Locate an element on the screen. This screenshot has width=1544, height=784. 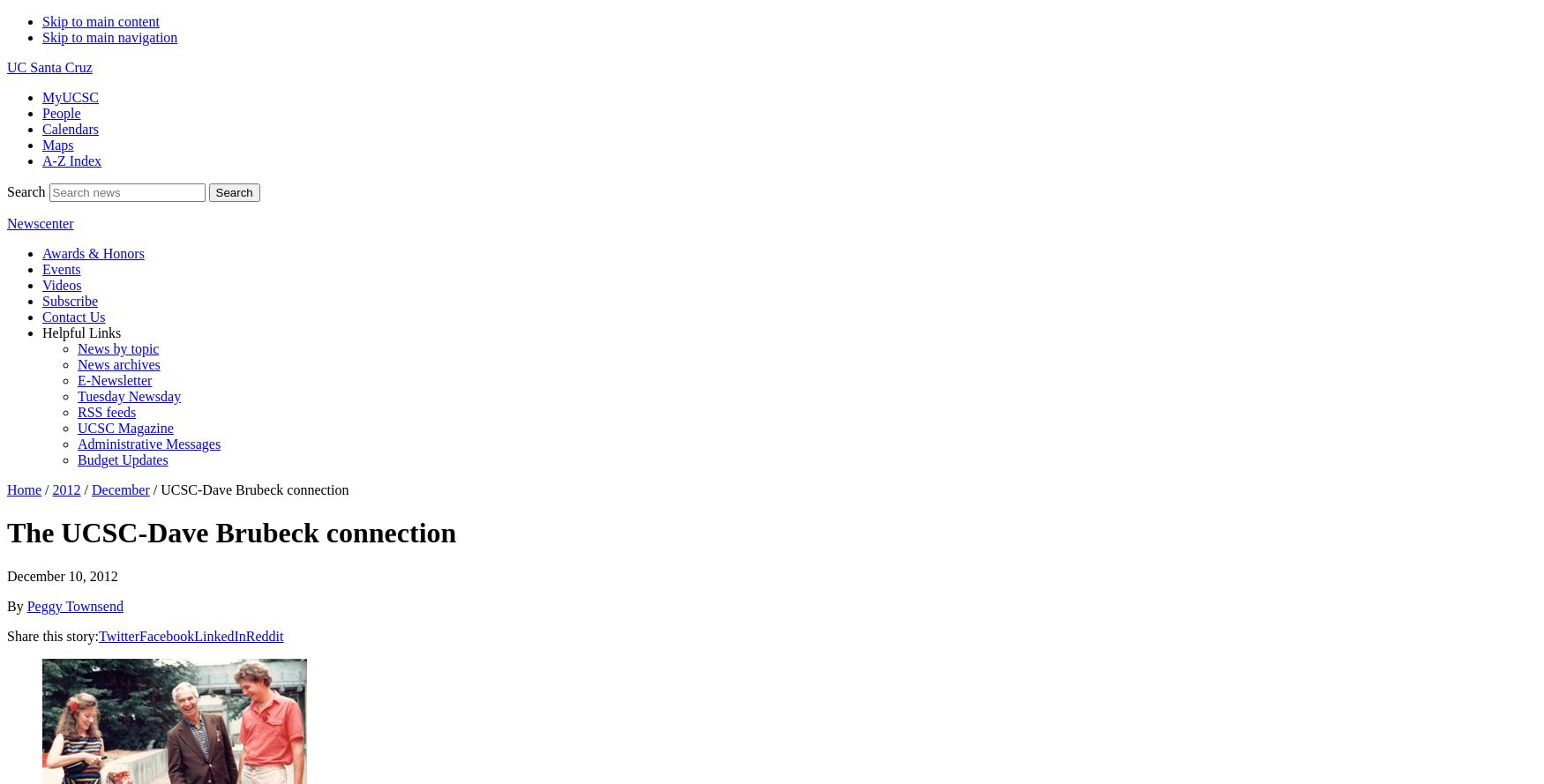
'Facebook' is located at coordinates (166, 634).